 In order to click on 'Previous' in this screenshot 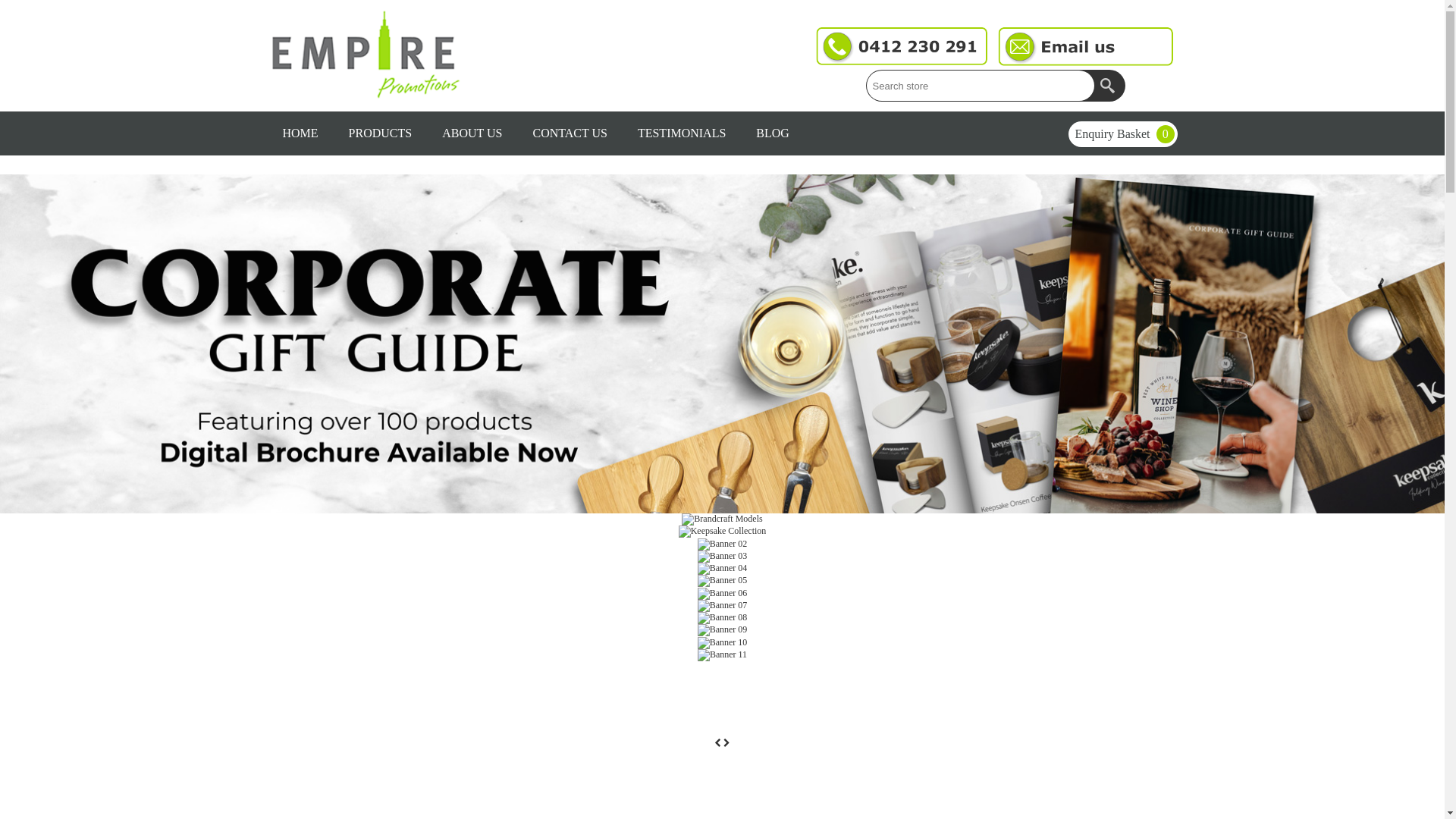, I will do `click(713, 742)`.